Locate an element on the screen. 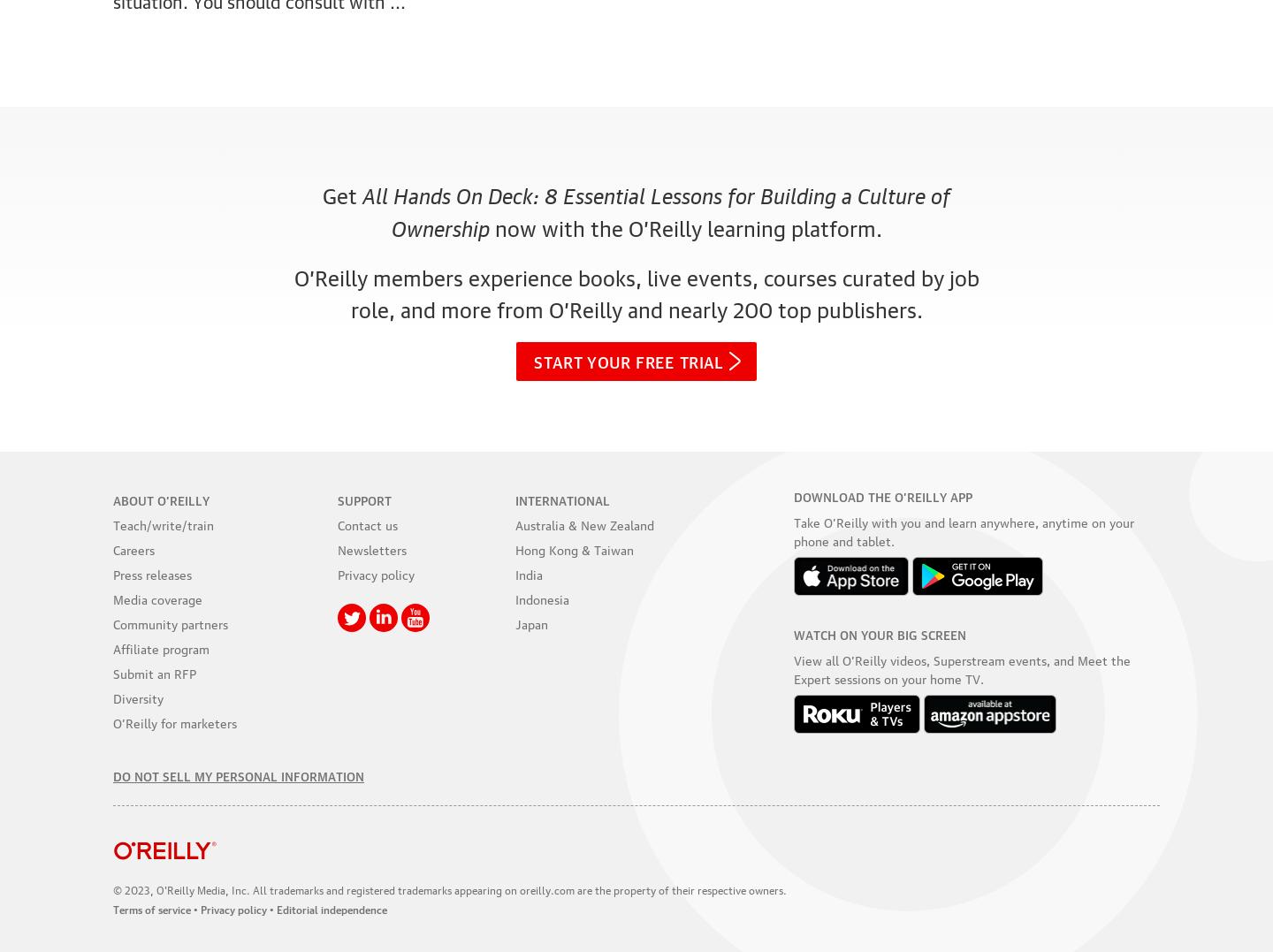 This screenshot has width=1273, height=952. 'O’Reilly for marketers' is located at coordinates (175, 721).